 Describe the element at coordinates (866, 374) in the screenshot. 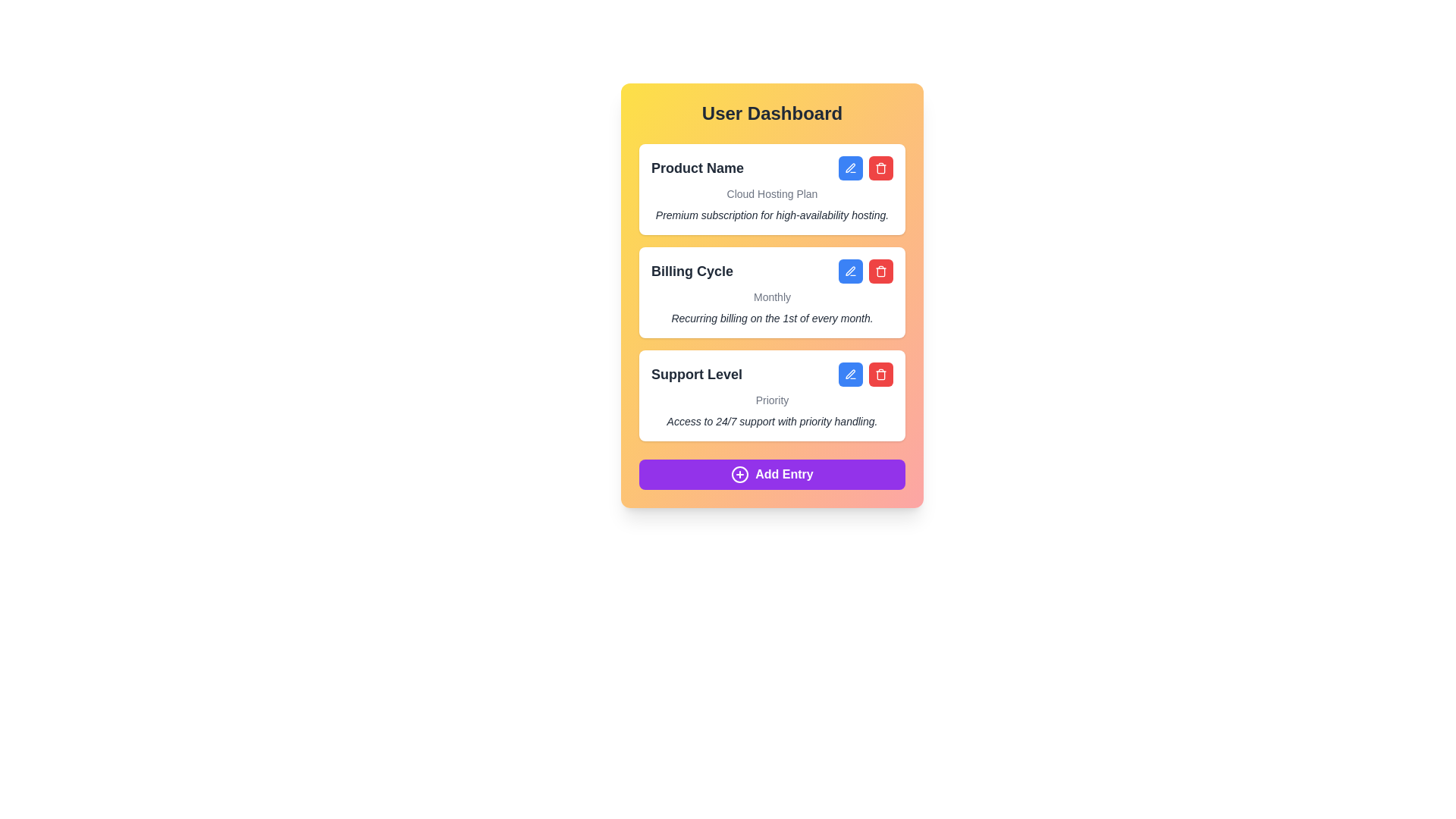

I see `the blue button in the A button group, located in the 'Support Level' section of the User Dashboard` at that location.